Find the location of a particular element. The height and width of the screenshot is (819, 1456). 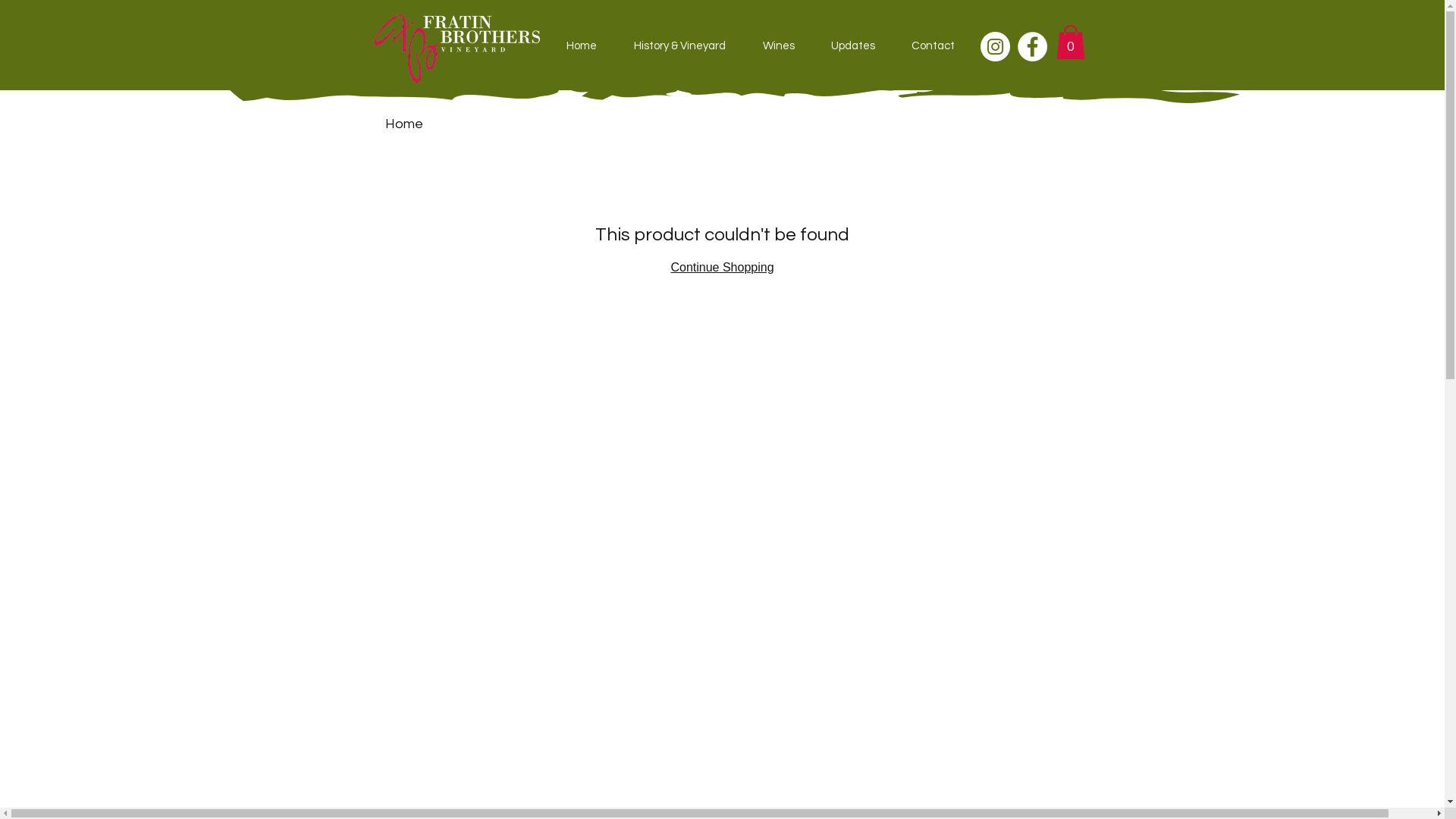

'Wines' is located at coordinates (779, 45).